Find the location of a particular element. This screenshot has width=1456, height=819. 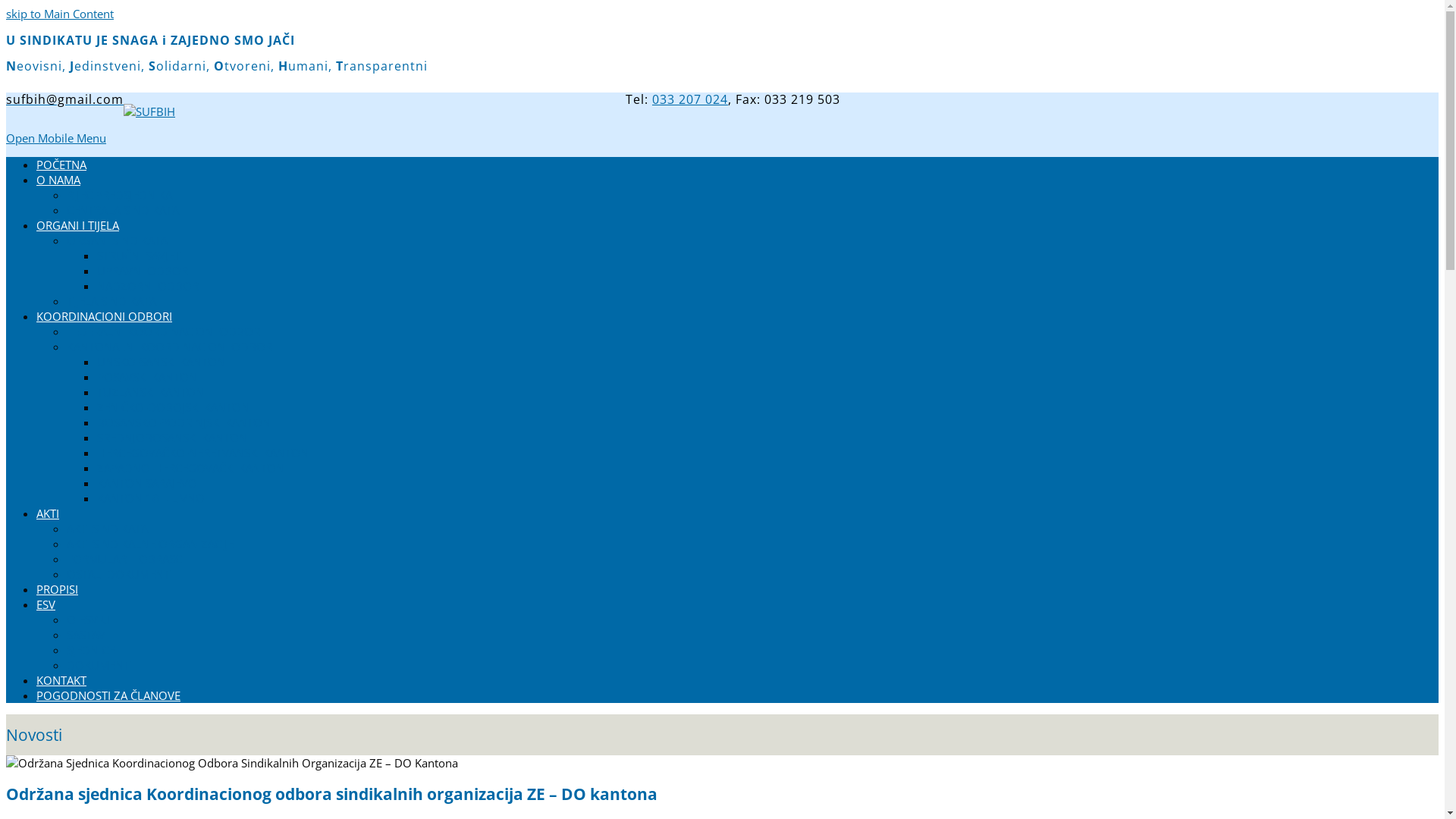

'KOORDINACIONI ODBORI' is located at coordinates (103, 315).